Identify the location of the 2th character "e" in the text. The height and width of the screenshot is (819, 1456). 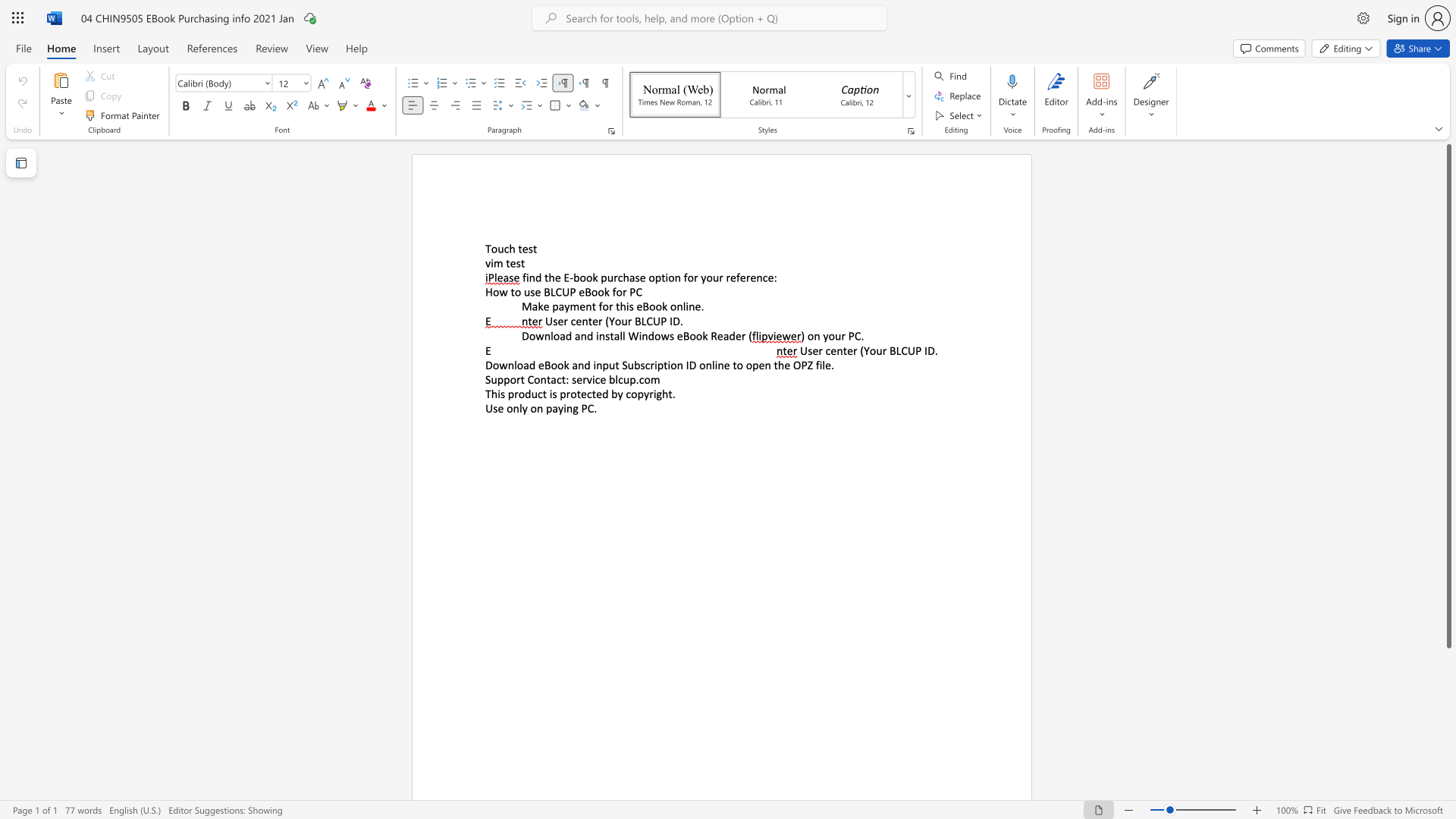
(581, 292).